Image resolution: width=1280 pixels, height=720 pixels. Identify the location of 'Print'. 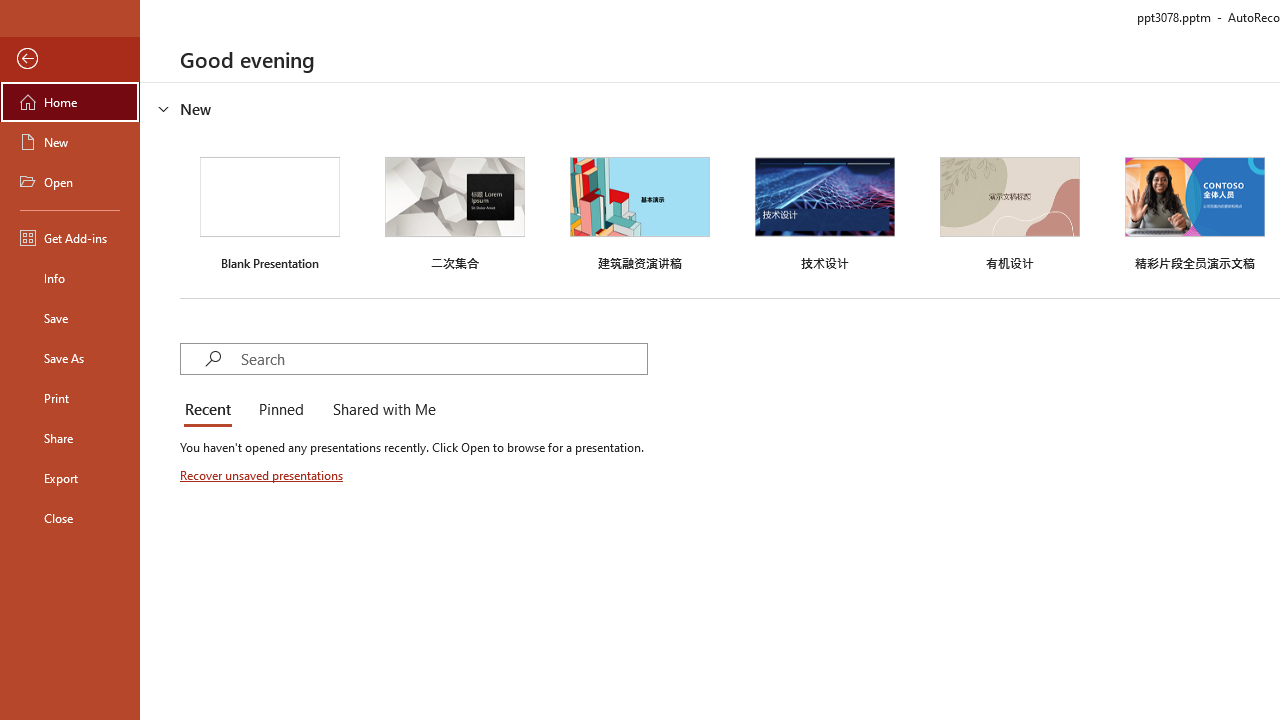
(69, 398).